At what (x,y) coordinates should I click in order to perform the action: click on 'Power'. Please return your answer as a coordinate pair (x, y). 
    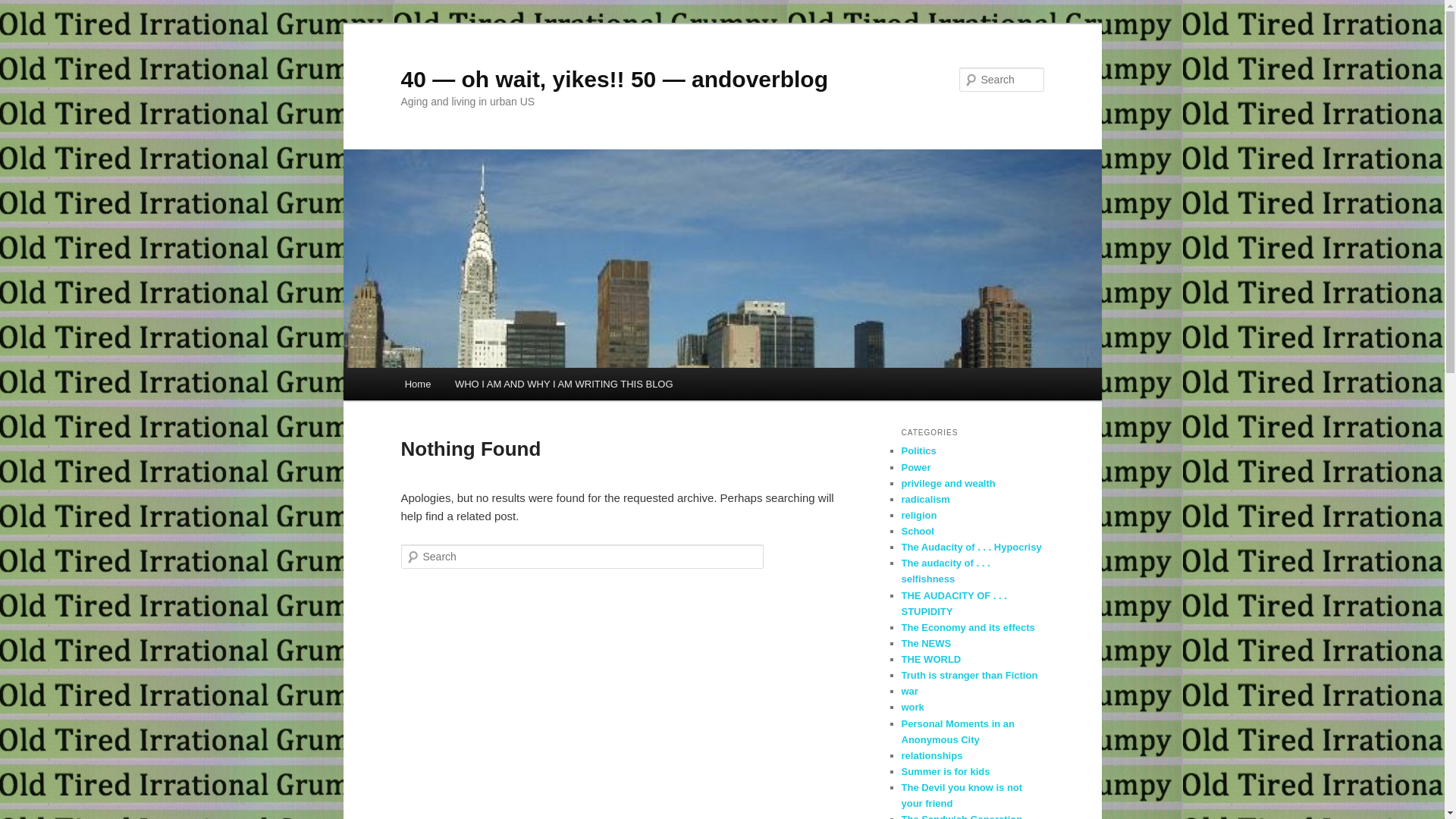
    Looking at the image, I should click on (901, 466).